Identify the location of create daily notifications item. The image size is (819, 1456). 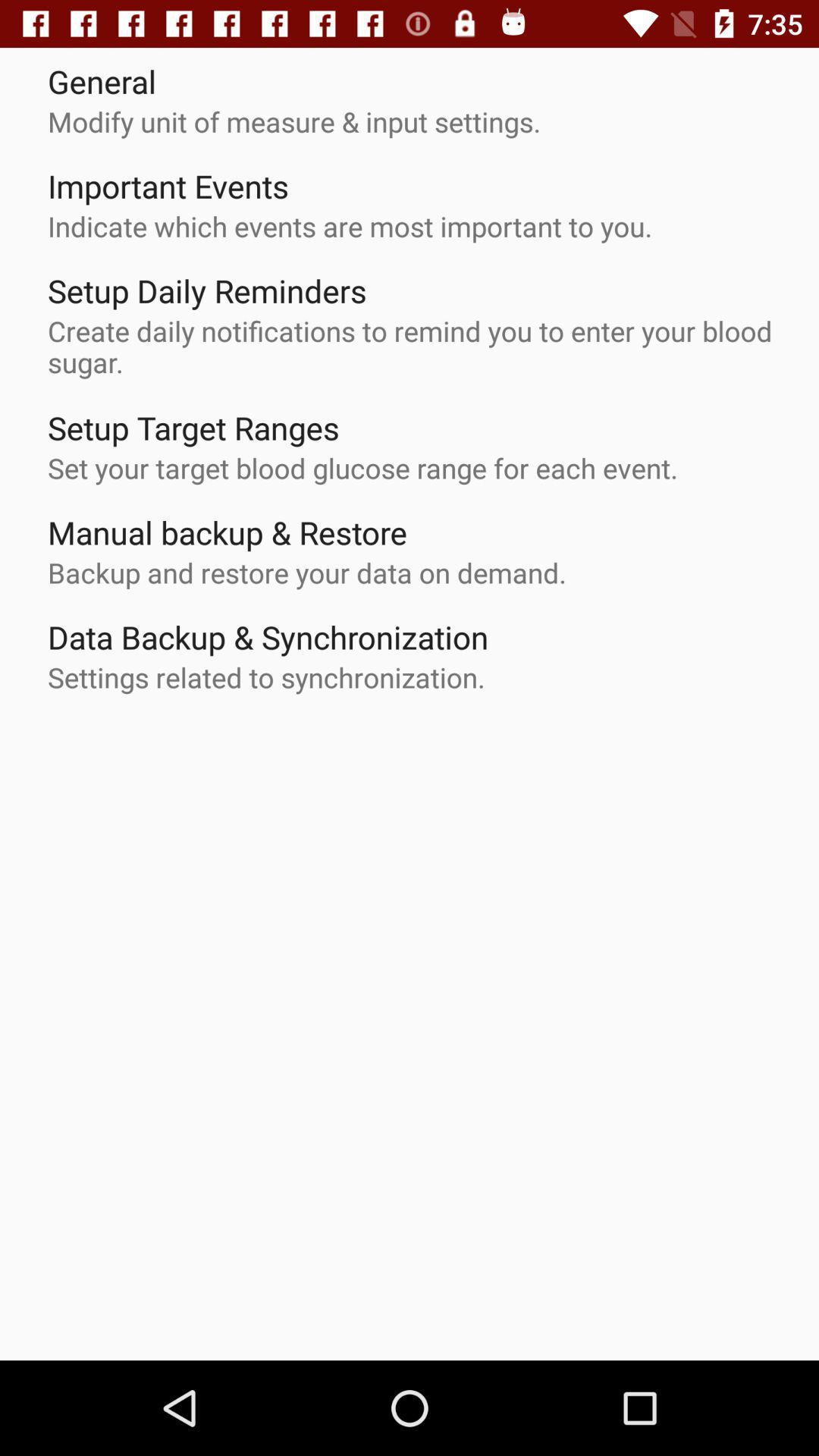
(417, 346).